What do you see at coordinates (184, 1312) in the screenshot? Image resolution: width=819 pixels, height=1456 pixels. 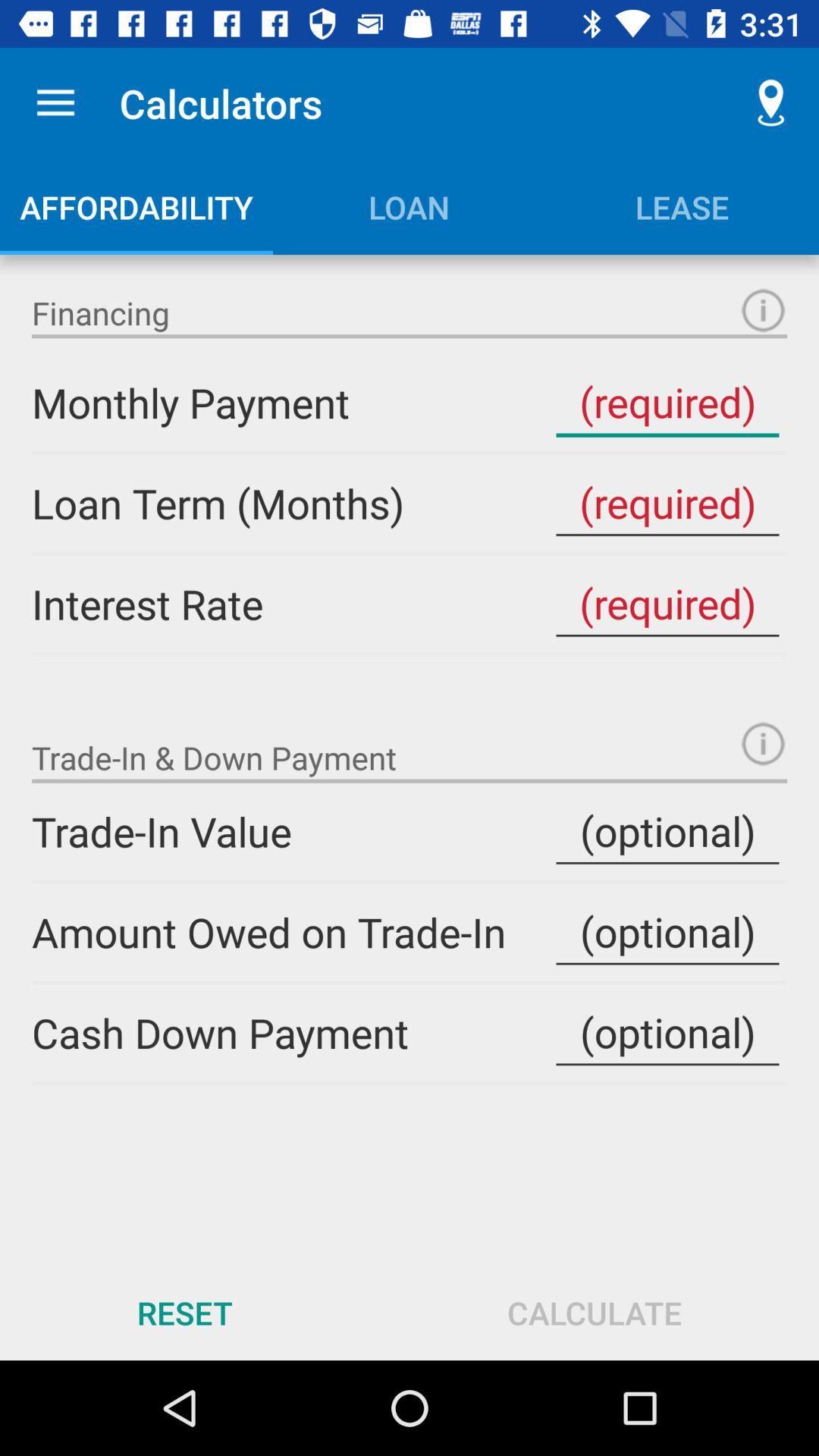 I see `the item to the left of calculate item` at bounding box center [184, 1312].